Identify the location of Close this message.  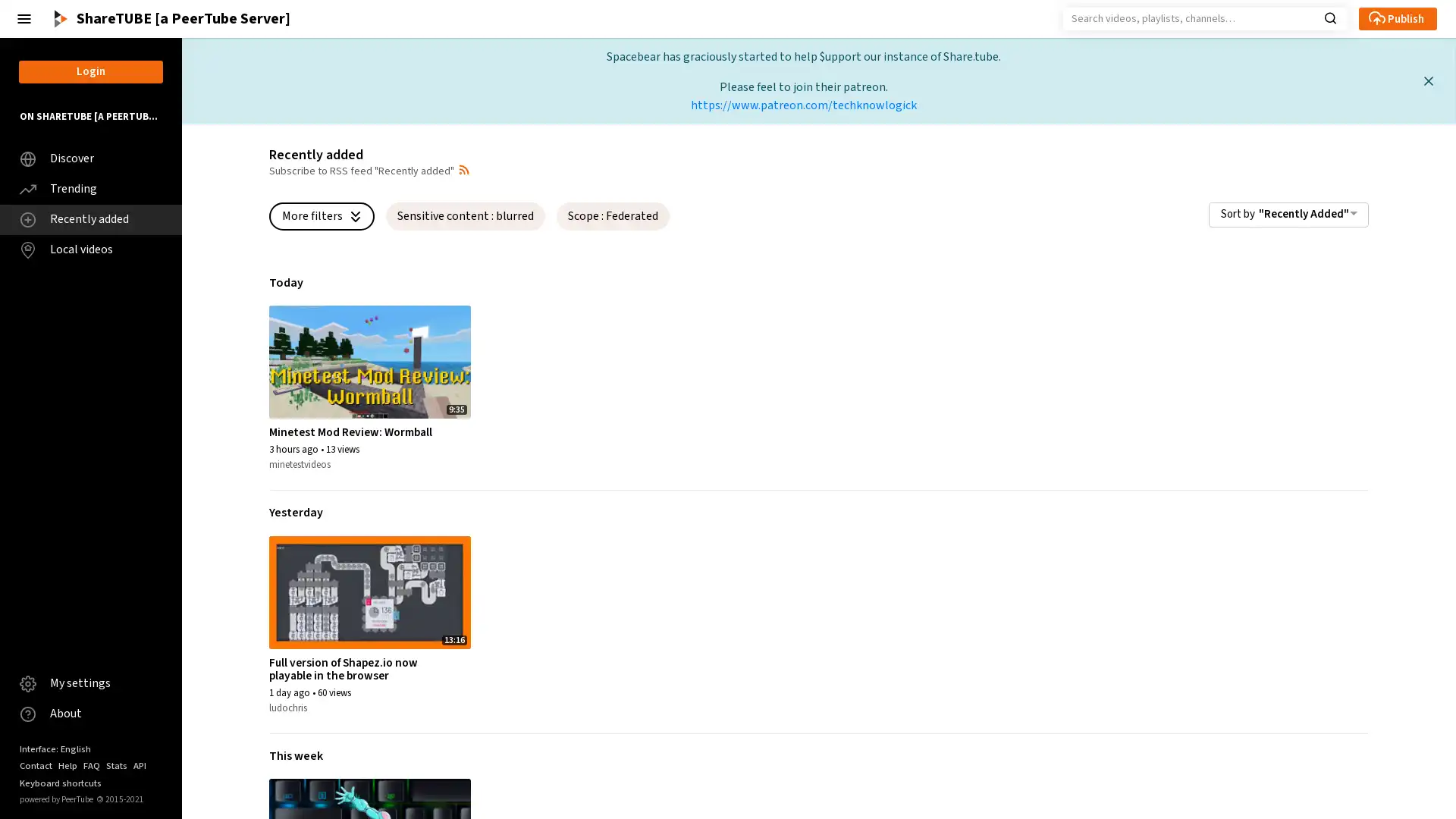
(1427, 80).